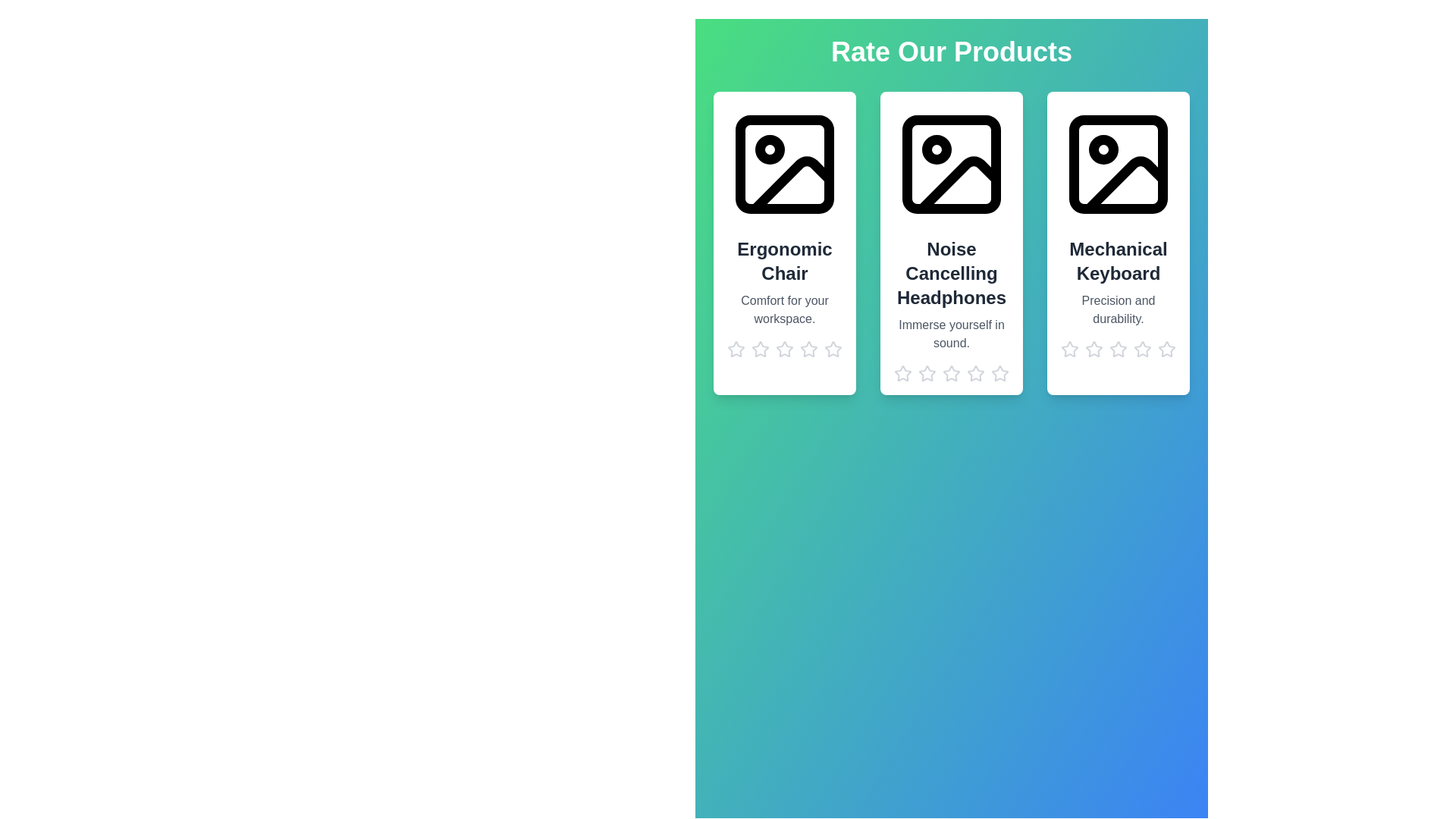  Describe the element at coordinates (1118, 309) in the screenshot. I see `the description of the product Mechanical Keyboard` at that location.